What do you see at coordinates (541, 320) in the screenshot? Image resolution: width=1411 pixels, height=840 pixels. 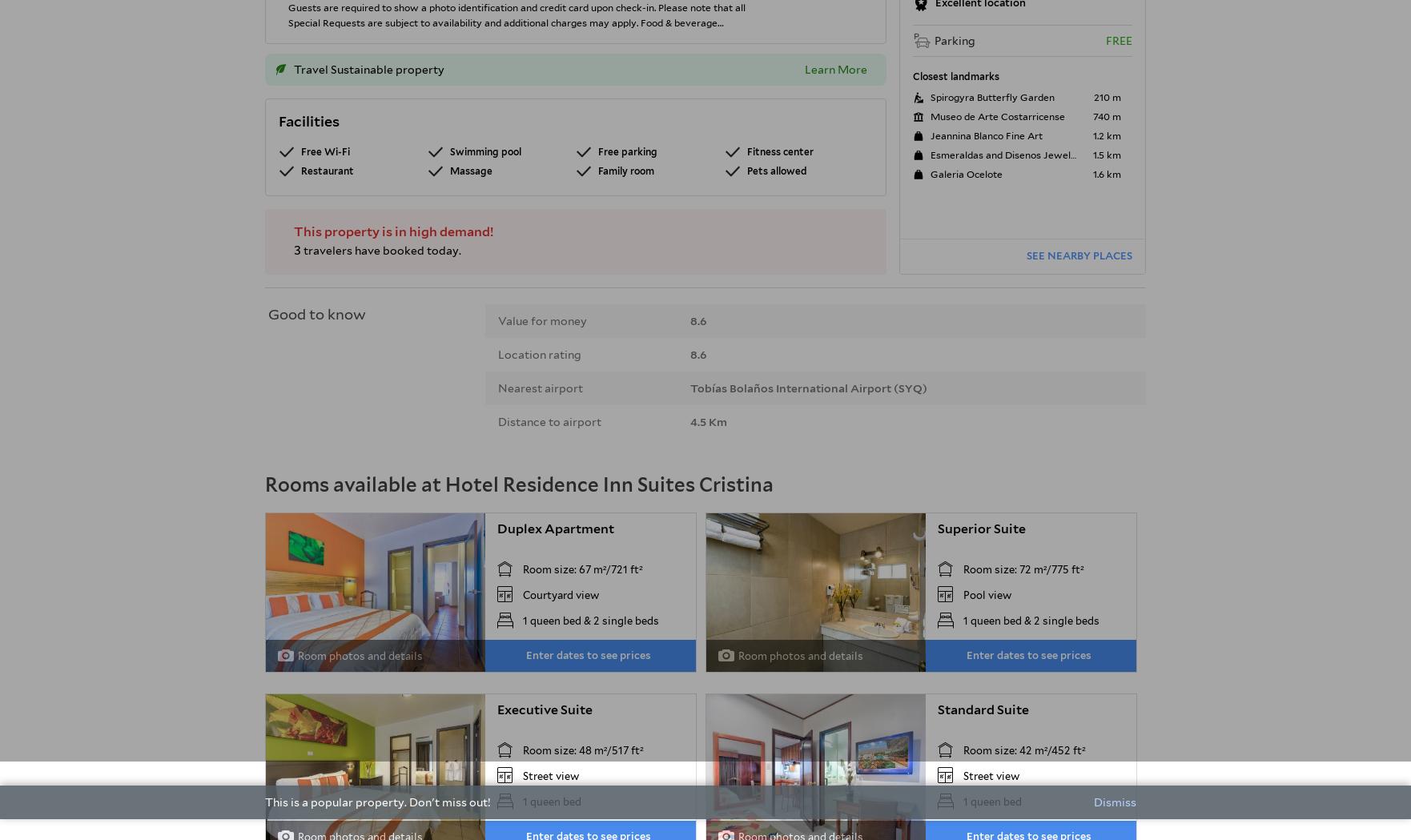 I see `'Value for money'` at bounding box center [541, 320].